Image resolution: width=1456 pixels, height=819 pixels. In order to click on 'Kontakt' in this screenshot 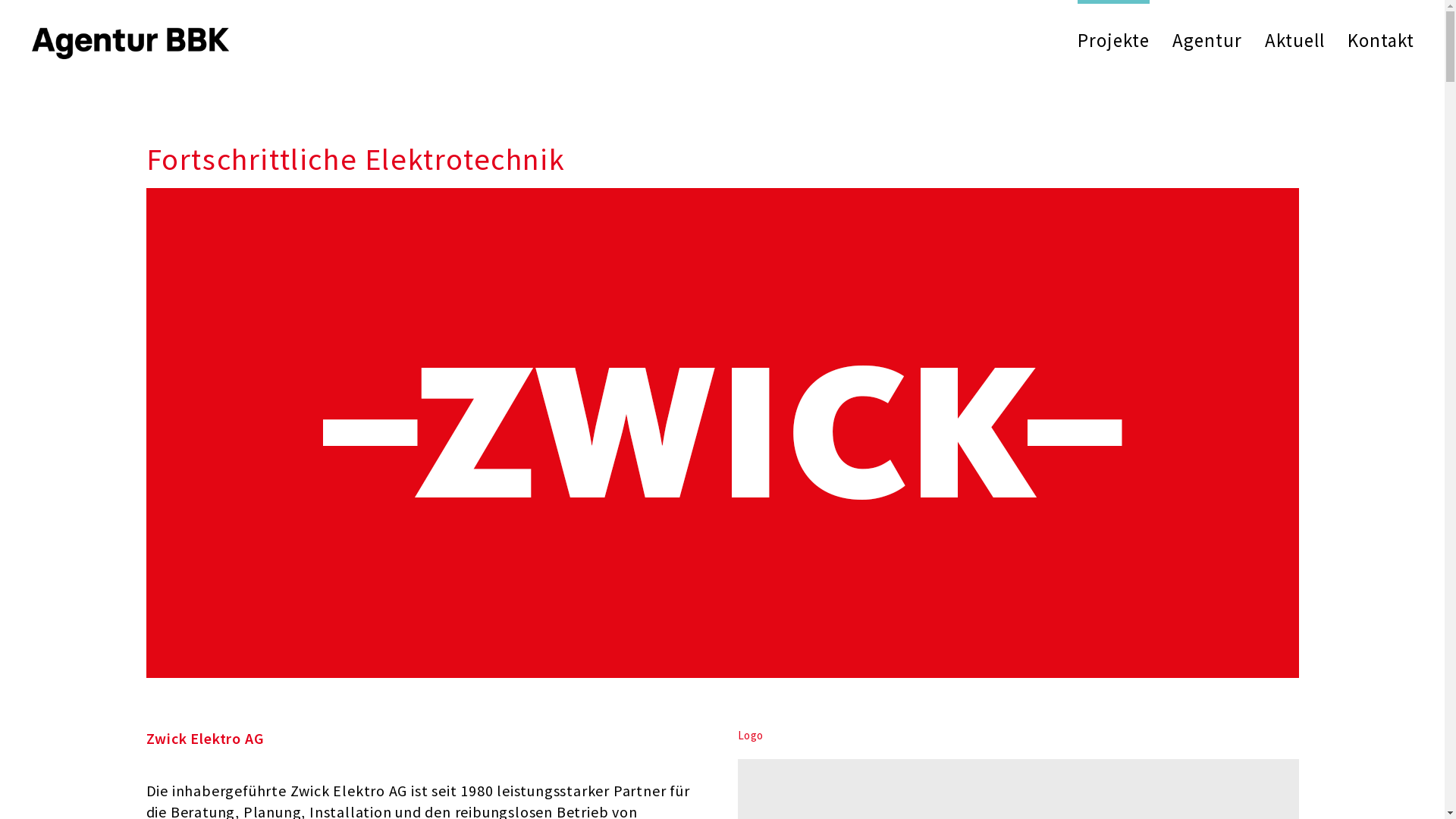, I will do `click(1380, 39)`.